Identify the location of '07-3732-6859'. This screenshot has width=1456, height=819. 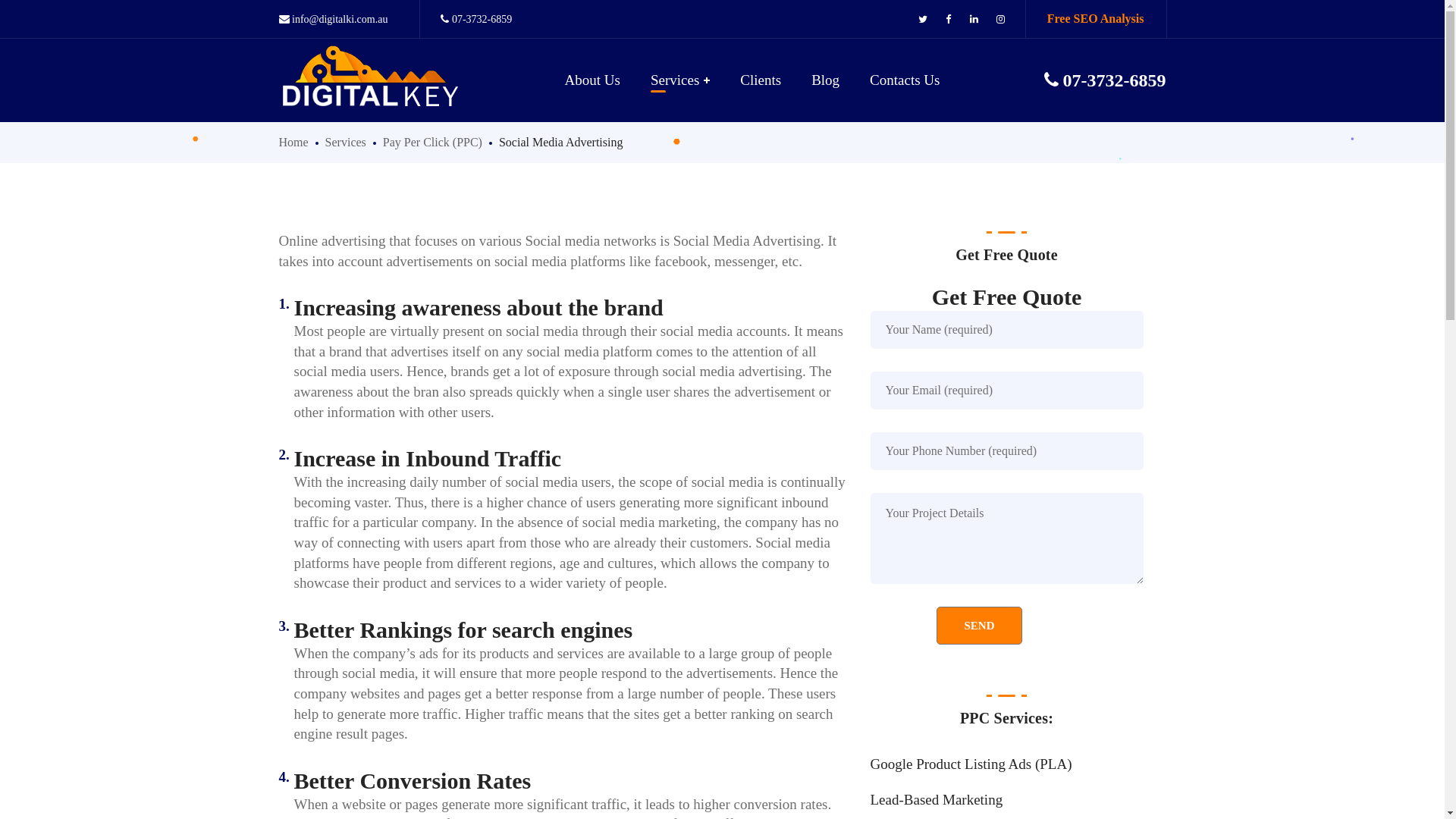
(475, 19).